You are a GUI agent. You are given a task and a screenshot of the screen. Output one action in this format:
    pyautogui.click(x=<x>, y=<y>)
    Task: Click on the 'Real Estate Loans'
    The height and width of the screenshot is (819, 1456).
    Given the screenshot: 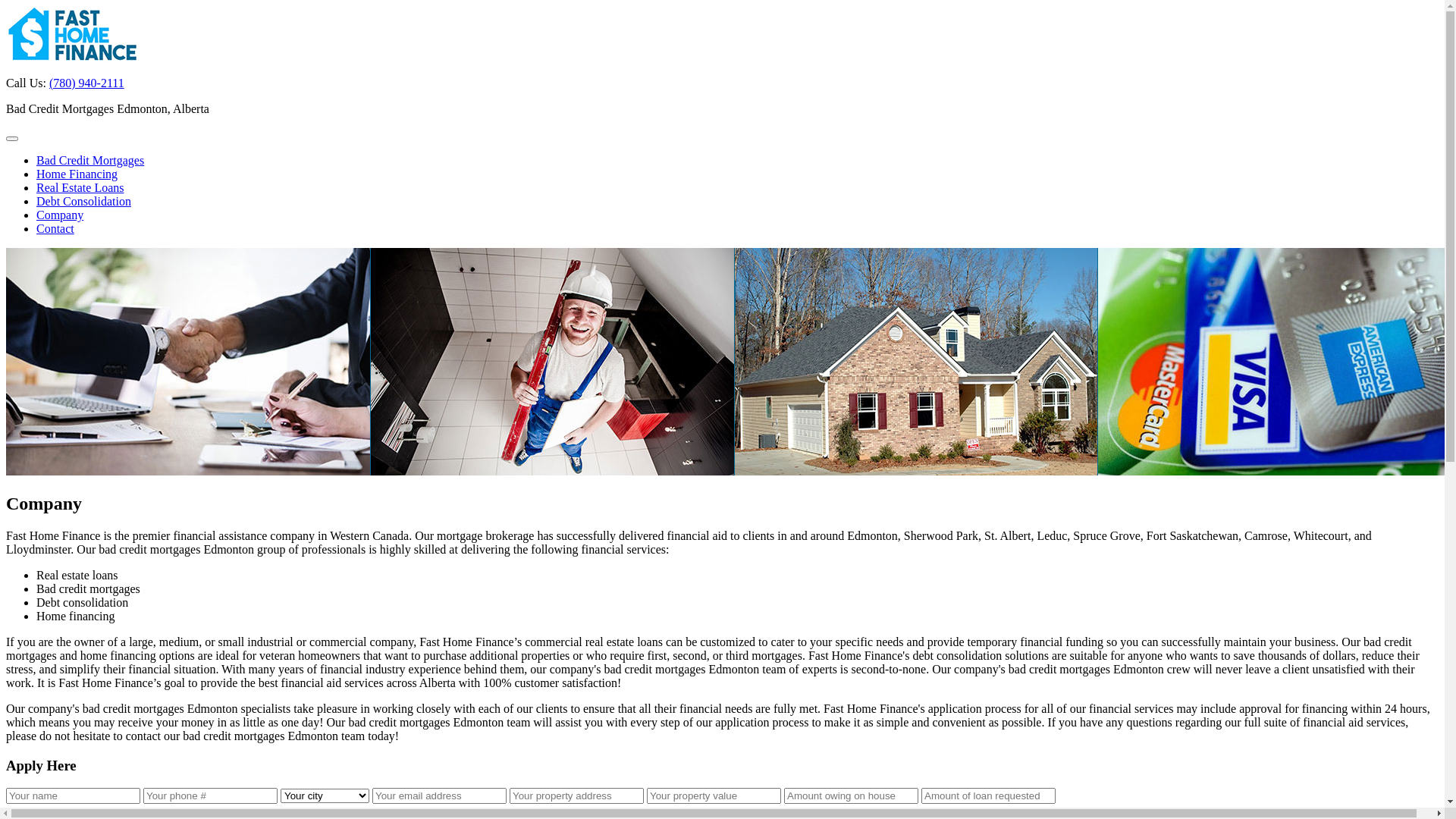 What is the action you would take?
    pyautogui.click(x=79, y=187)
    